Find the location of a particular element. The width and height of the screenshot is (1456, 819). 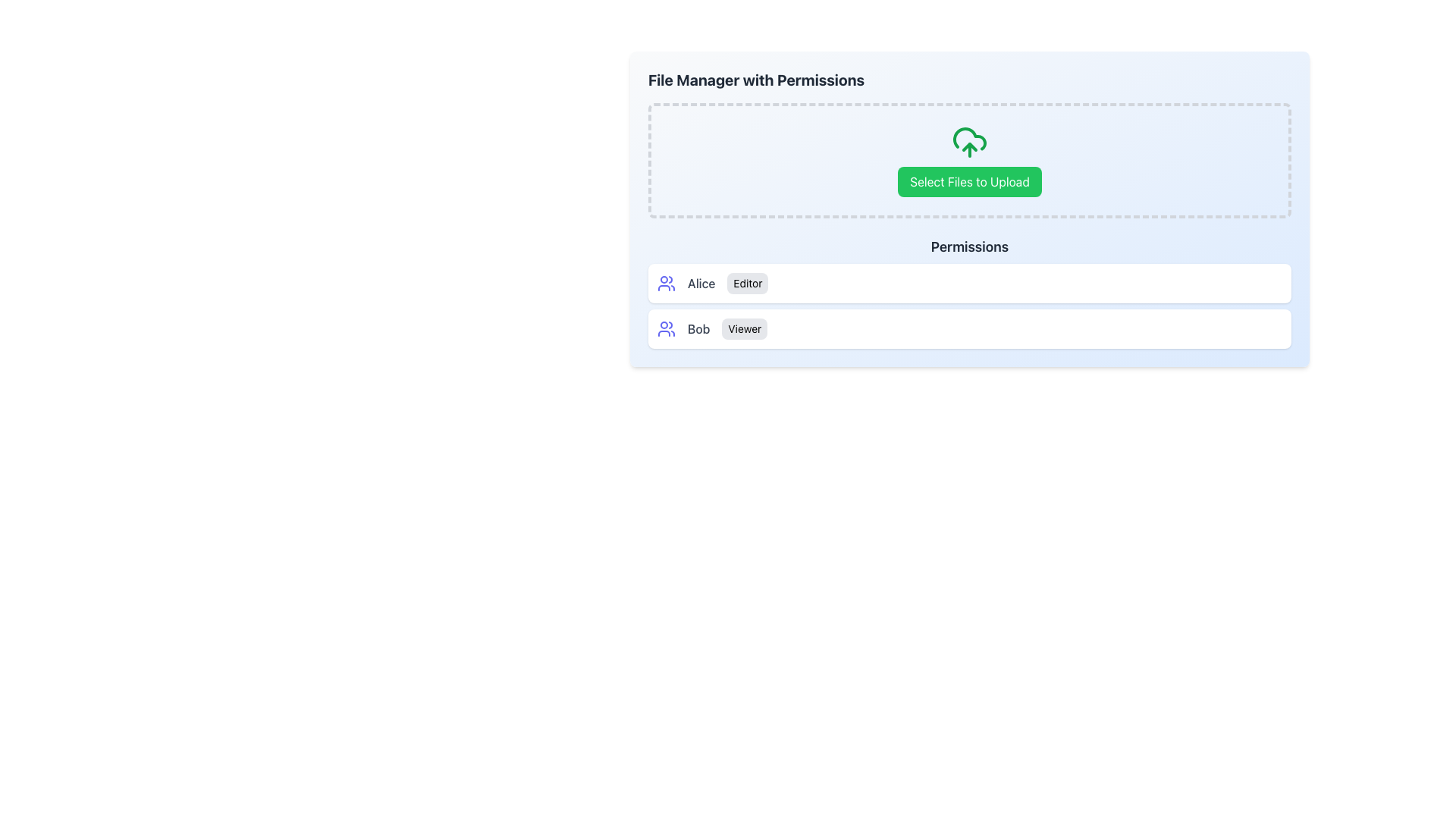

the user profile icon located to the left of the 'BobViewer' label, adjacent to the text label 'Bob' and the badge 'Viewer' to integrate it into user interactions is located at coordinates (666, 328).